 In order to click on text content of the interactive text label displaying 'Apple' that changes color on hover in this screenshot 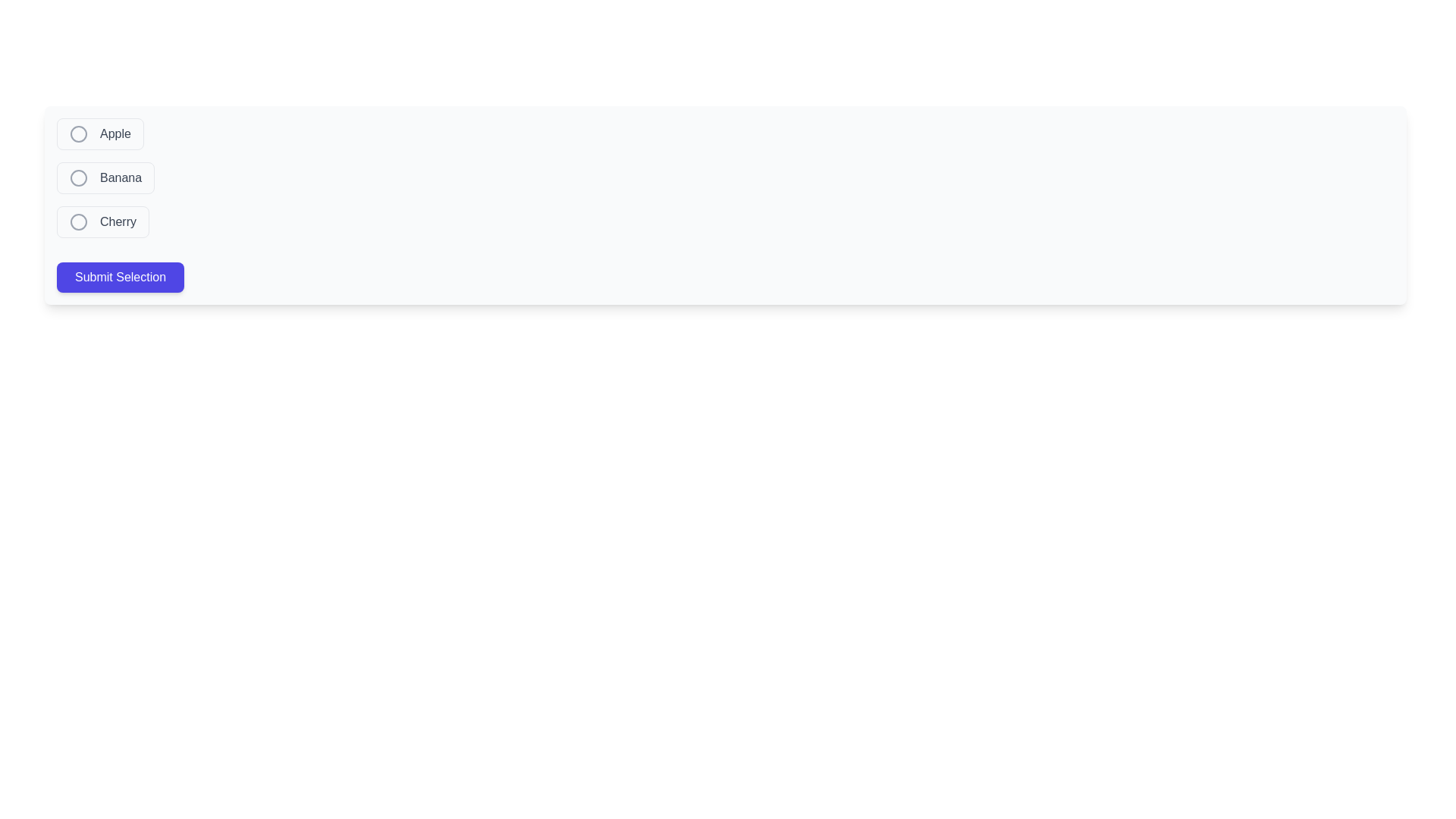, I will do `click(115, 133)`.